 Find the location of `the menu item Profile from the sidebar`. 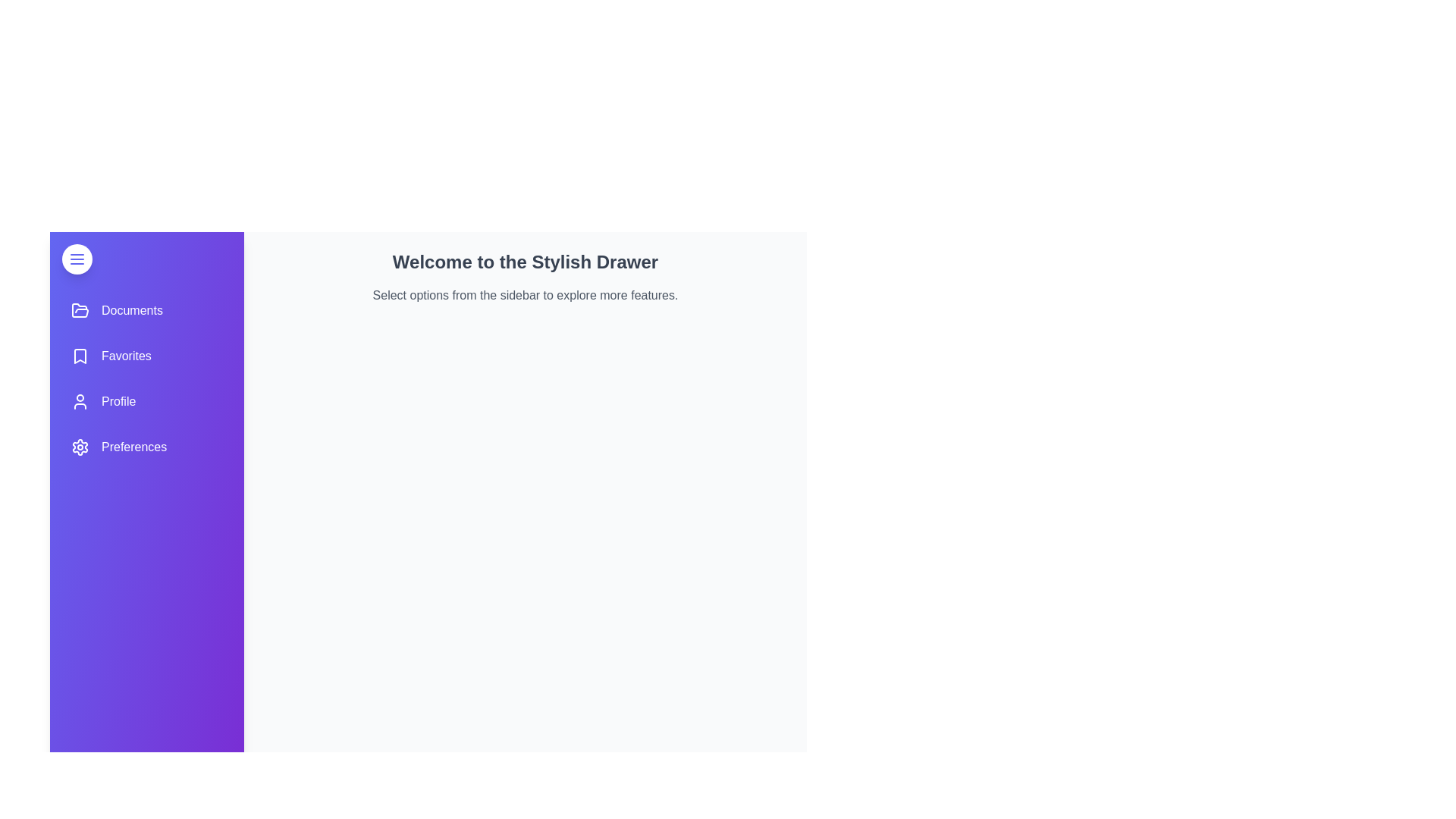

the menu item Profile from the sidebar is located at coordinates (146, 400).